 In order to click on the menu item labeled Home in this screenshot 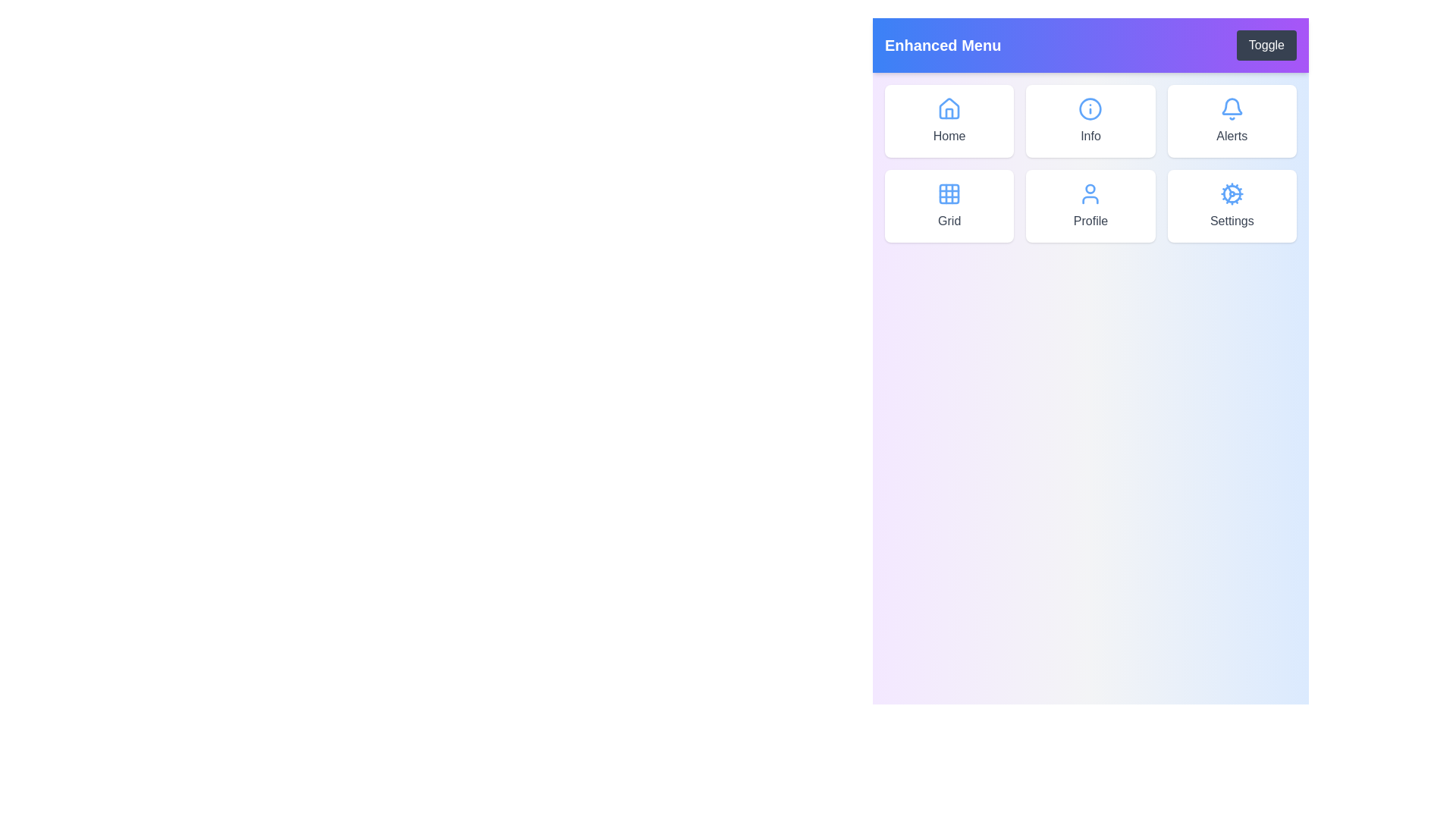, I will do `click(949, 120)`.